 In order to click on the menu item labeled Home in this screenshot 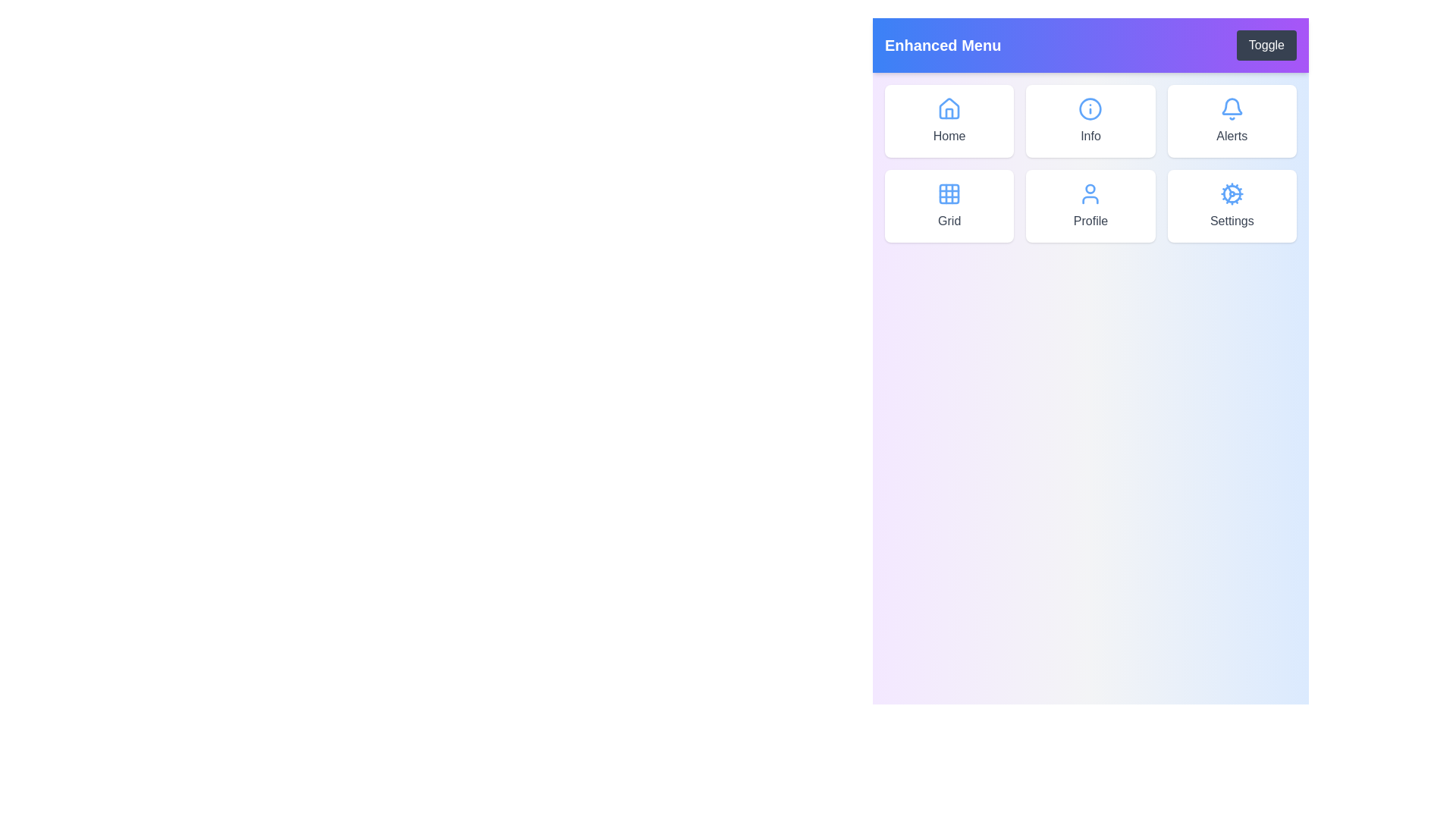, I will do `click(949, 120)`.